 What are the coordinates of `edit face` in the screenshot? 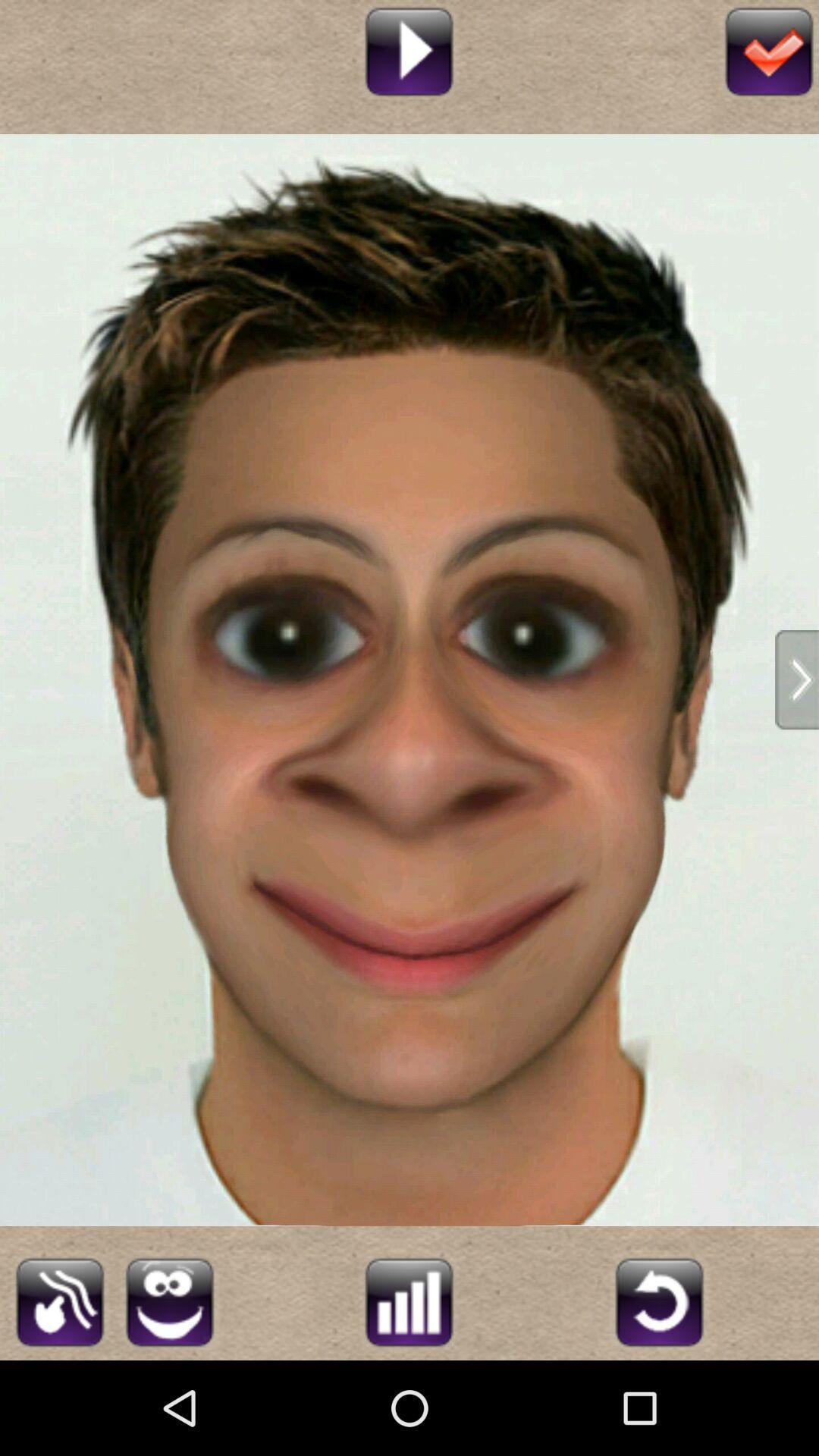 It's located at (169, 1299).